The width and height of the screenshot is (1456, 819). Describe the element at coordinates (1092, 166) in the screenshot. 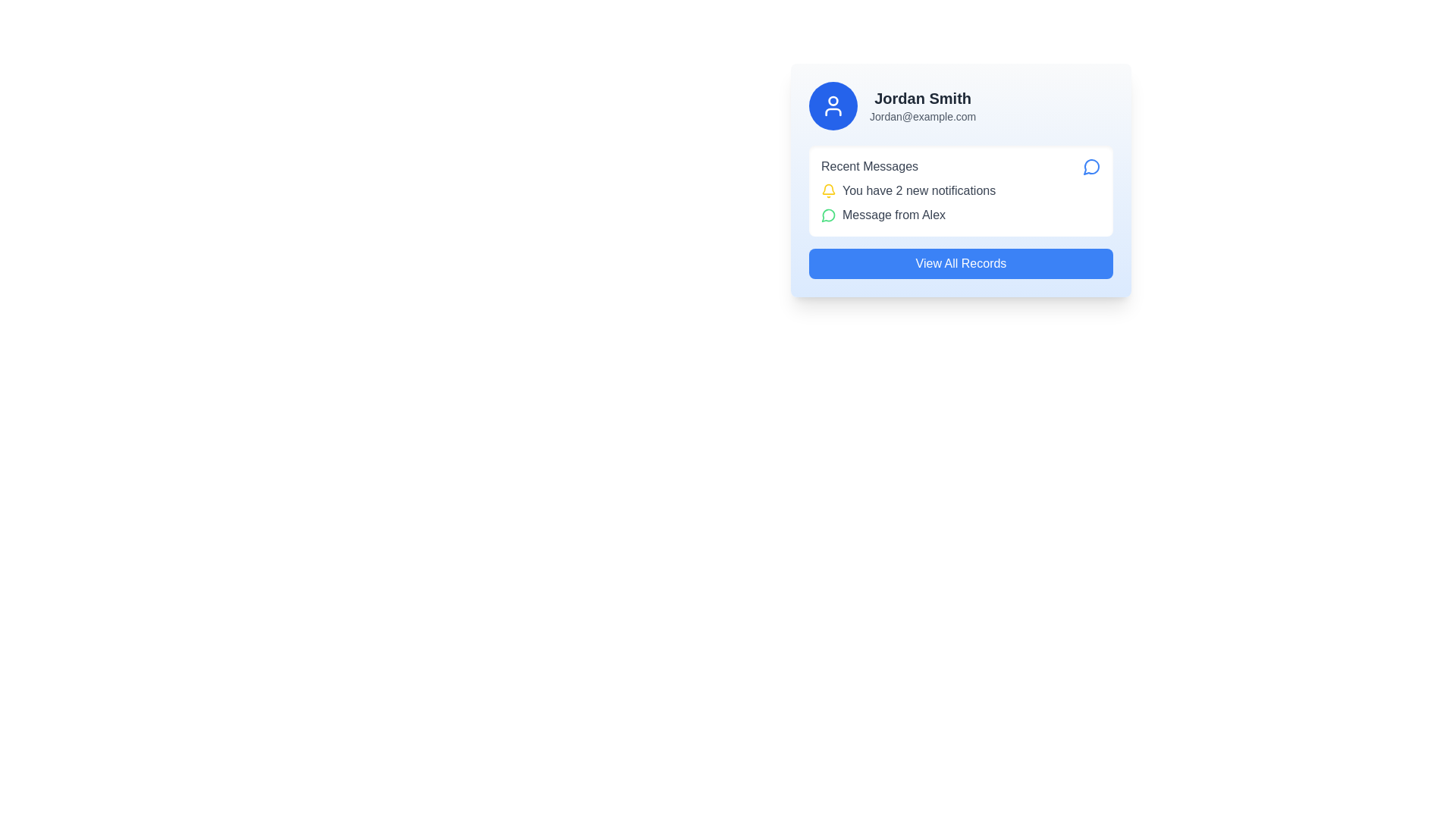

I see `the blue circular speech bubble icon located at the far-right of the header section labeled 'Recent Messages'` at that location.